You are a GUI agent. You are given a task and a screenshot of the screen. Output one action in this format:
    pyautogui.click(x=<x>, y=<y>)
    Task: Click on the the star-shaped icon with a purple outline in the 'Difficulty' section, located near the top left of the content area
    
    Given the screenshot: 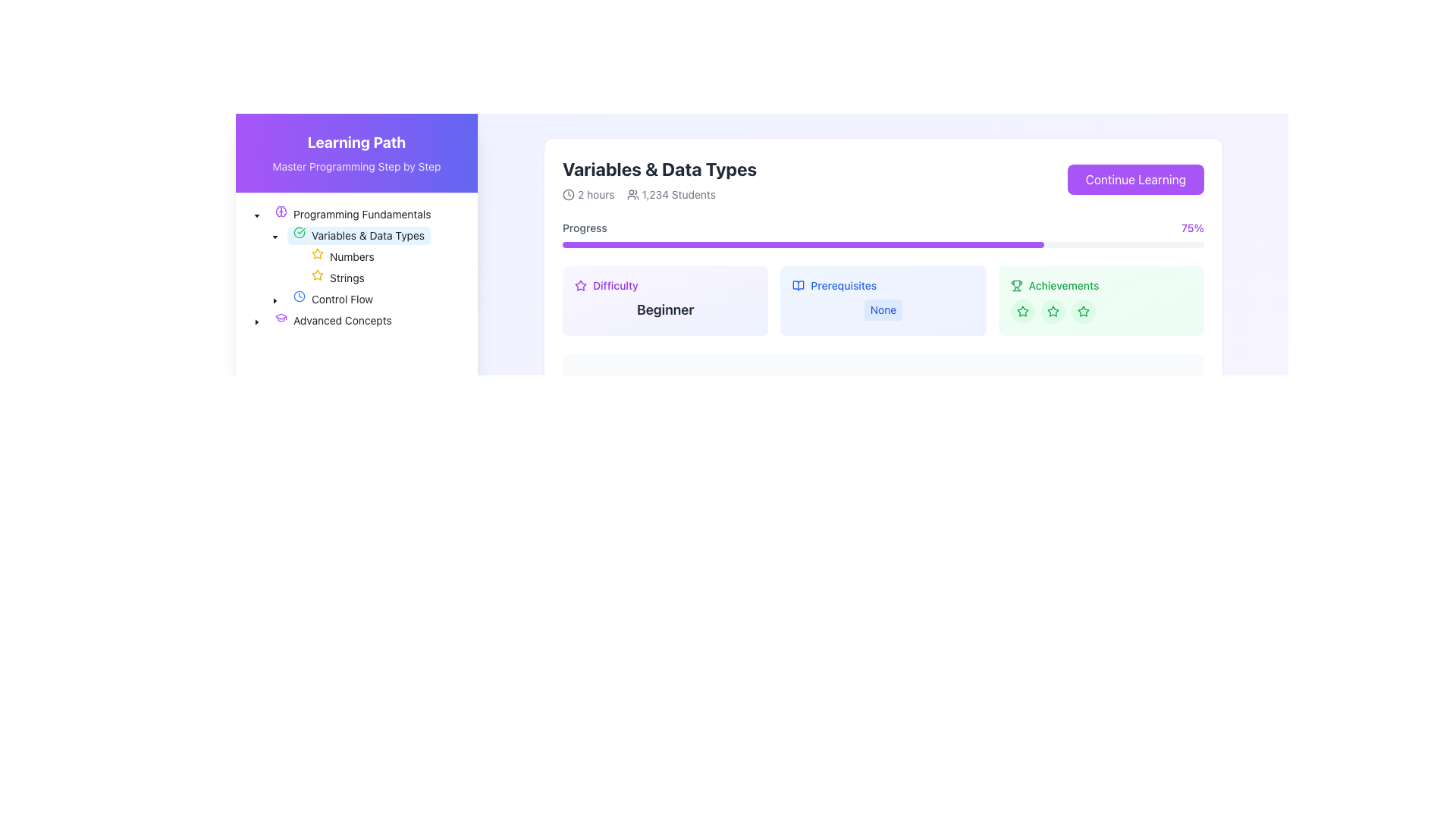 What is the action you would take?
    pyautogui.click(x=580, y=286)
    